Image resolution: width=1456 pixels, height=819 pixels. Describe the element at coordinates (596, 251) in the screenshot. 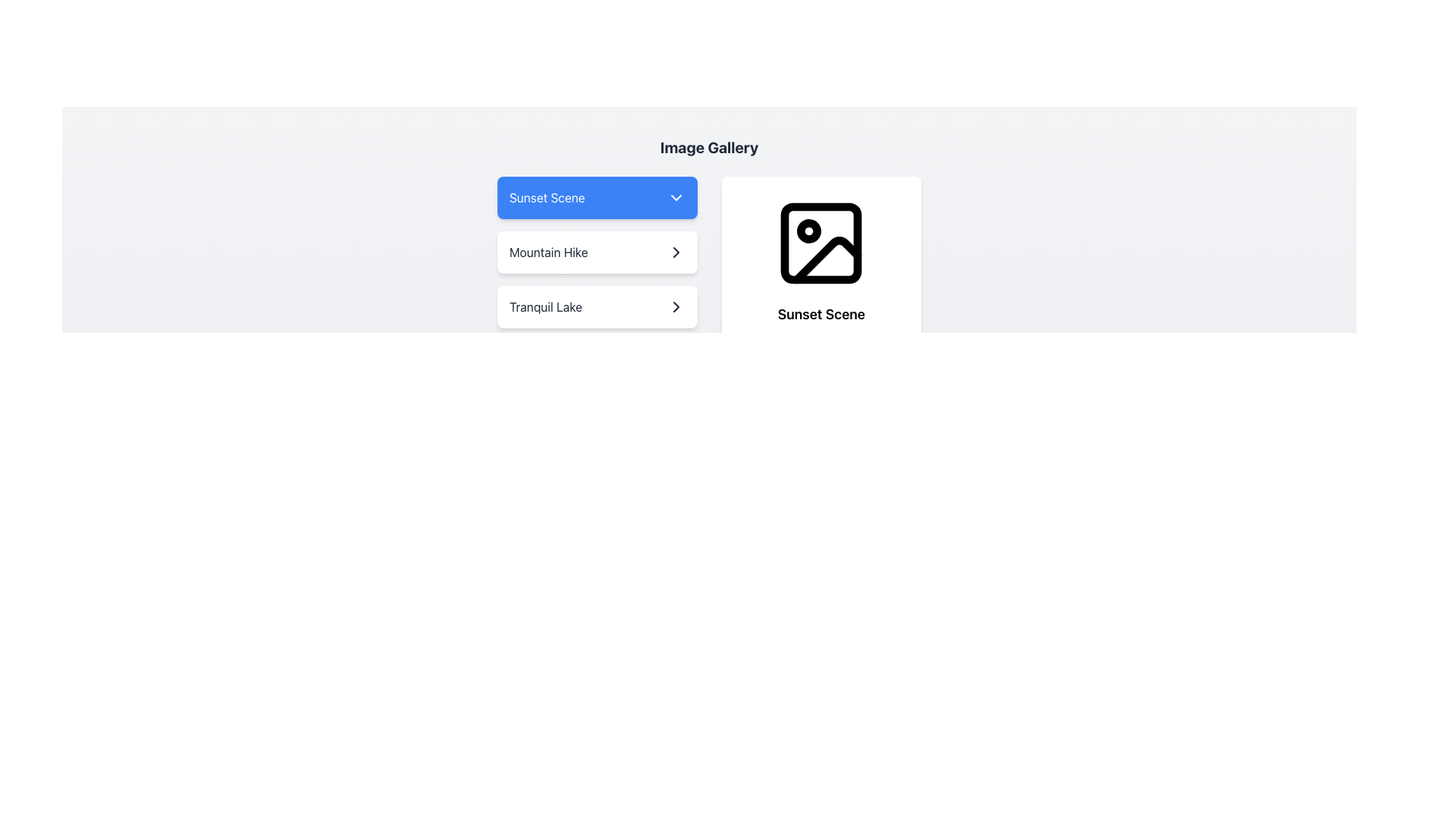

I see `the 'Mountain Hike' button located in the vertical list of options under 'Sunset Scene'` at that location.